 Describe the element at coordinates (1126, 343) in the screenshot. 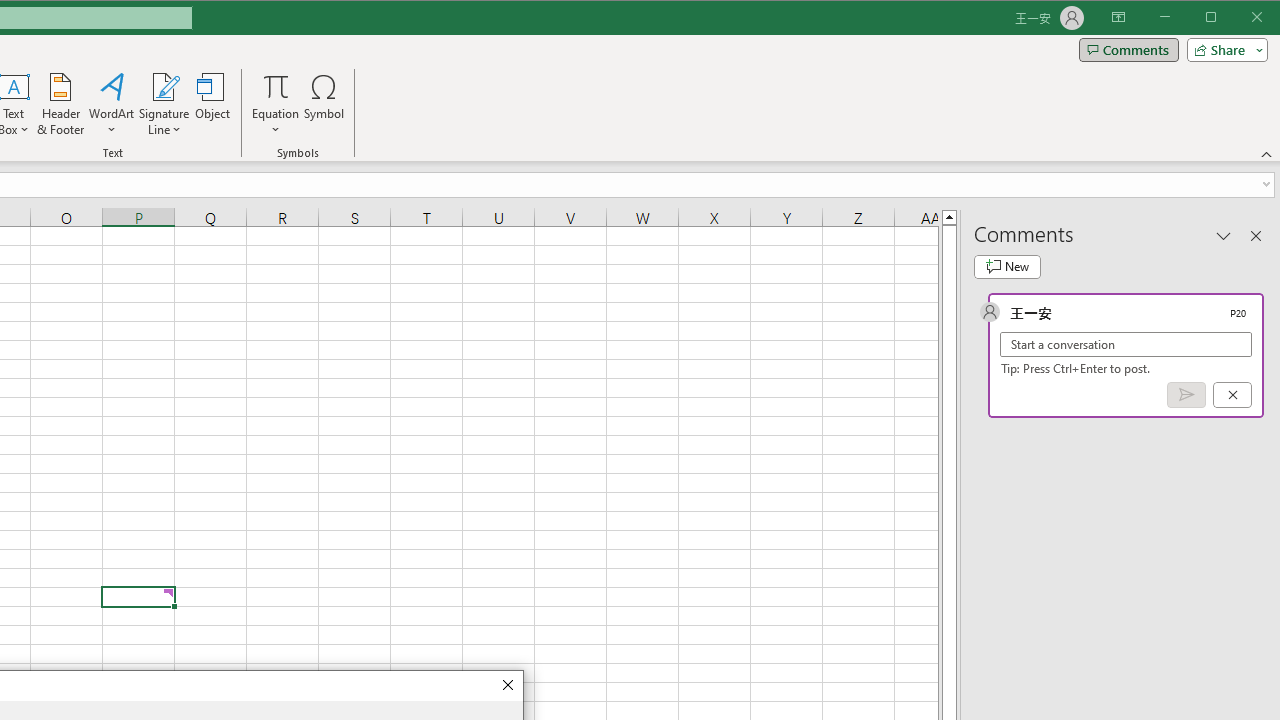

I see `'Start a conversation'` at that location.